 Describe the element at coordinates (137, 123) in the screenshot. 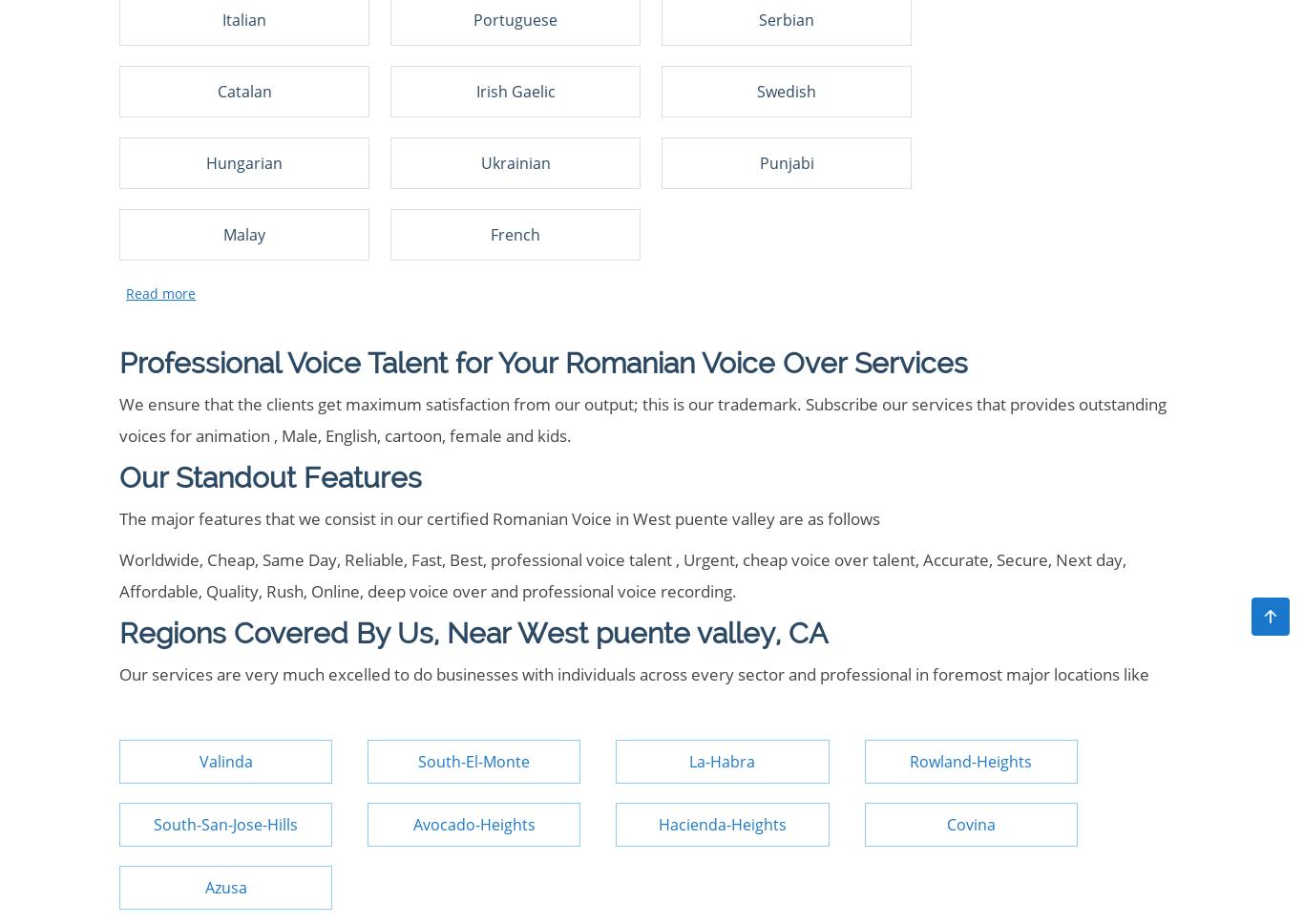

I see `'Typing'` at that location.